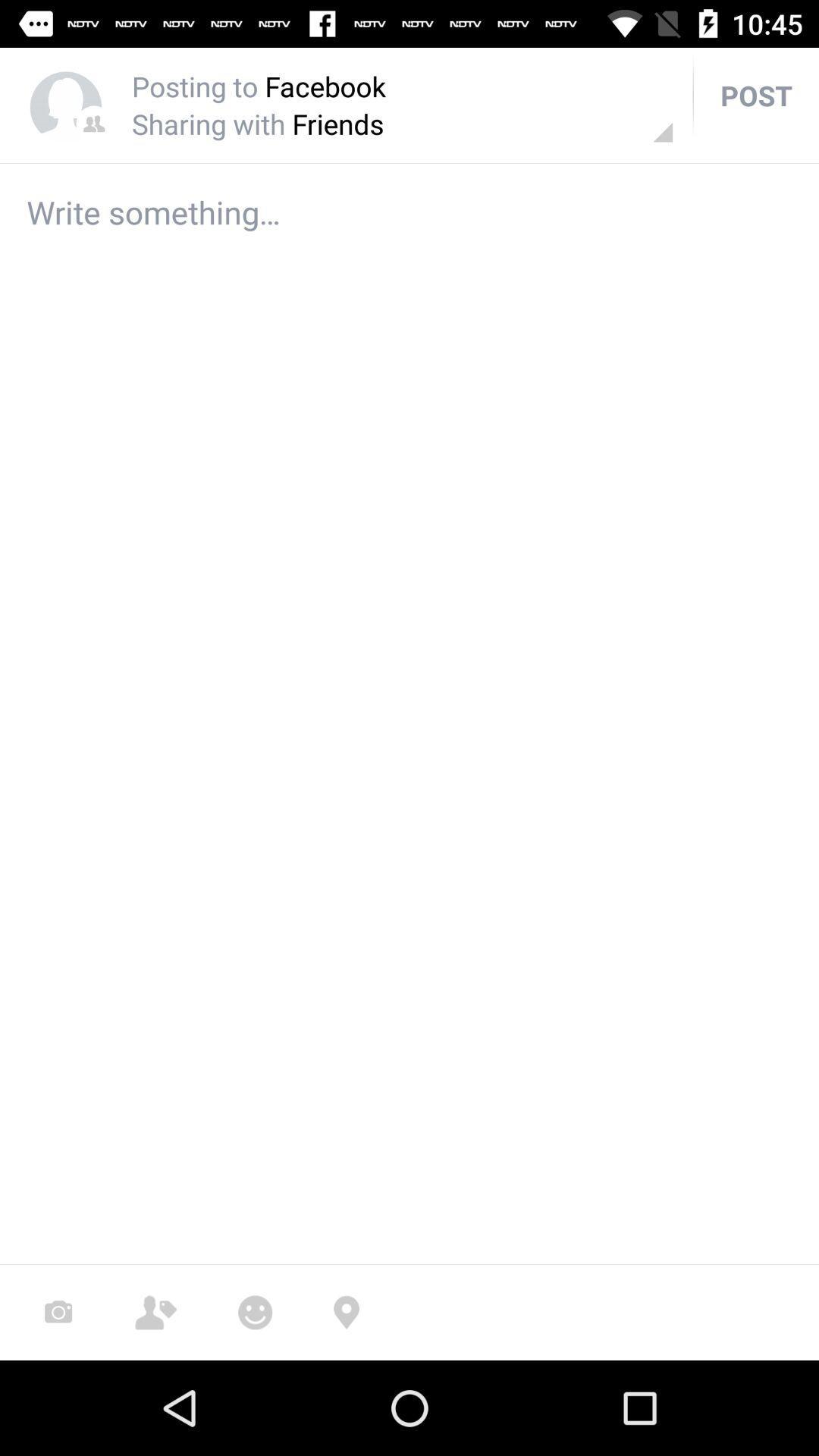 The image size is (819, 1456). What do you see at coordinates (346, 1312) in the screenshot?
I see `the location icon` at bounding box center [346, 1312].